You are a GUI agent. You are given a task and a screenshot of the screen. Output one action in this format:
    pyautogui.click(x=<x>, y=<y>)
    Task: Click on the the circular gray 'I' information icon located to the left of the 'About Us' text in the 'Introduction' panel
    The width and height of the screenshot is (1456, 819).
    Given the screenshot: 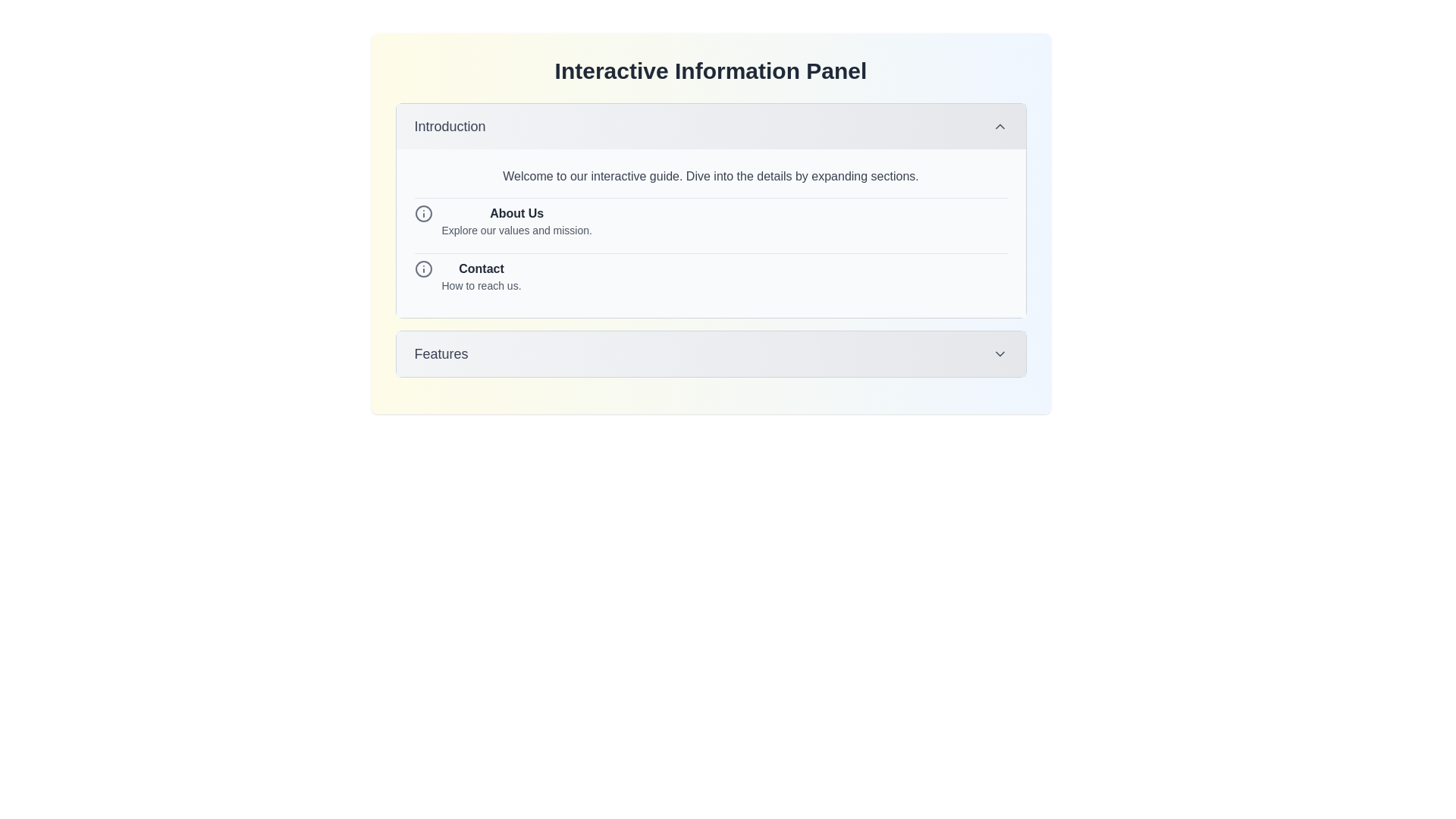 What is the action you would take?
    pyautogui.click(x=423, y=213)
    